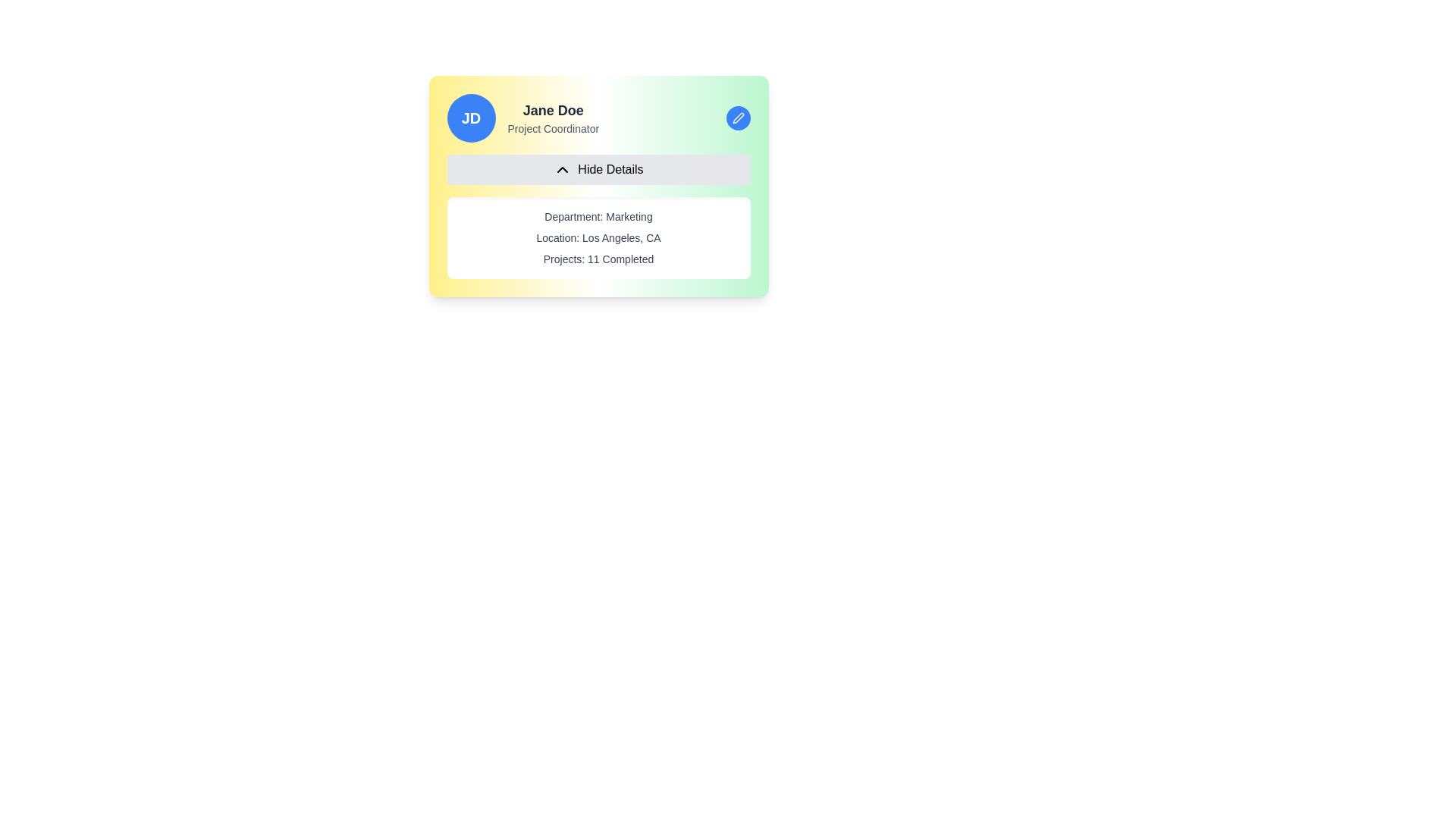 The width and height of the screenshot is (1456, 819). I want to click on the static text that summarizes the number of projects completed, located below the 'Location: Los Angeles, CA' text, for accessibility purposes, so click(598, 259).